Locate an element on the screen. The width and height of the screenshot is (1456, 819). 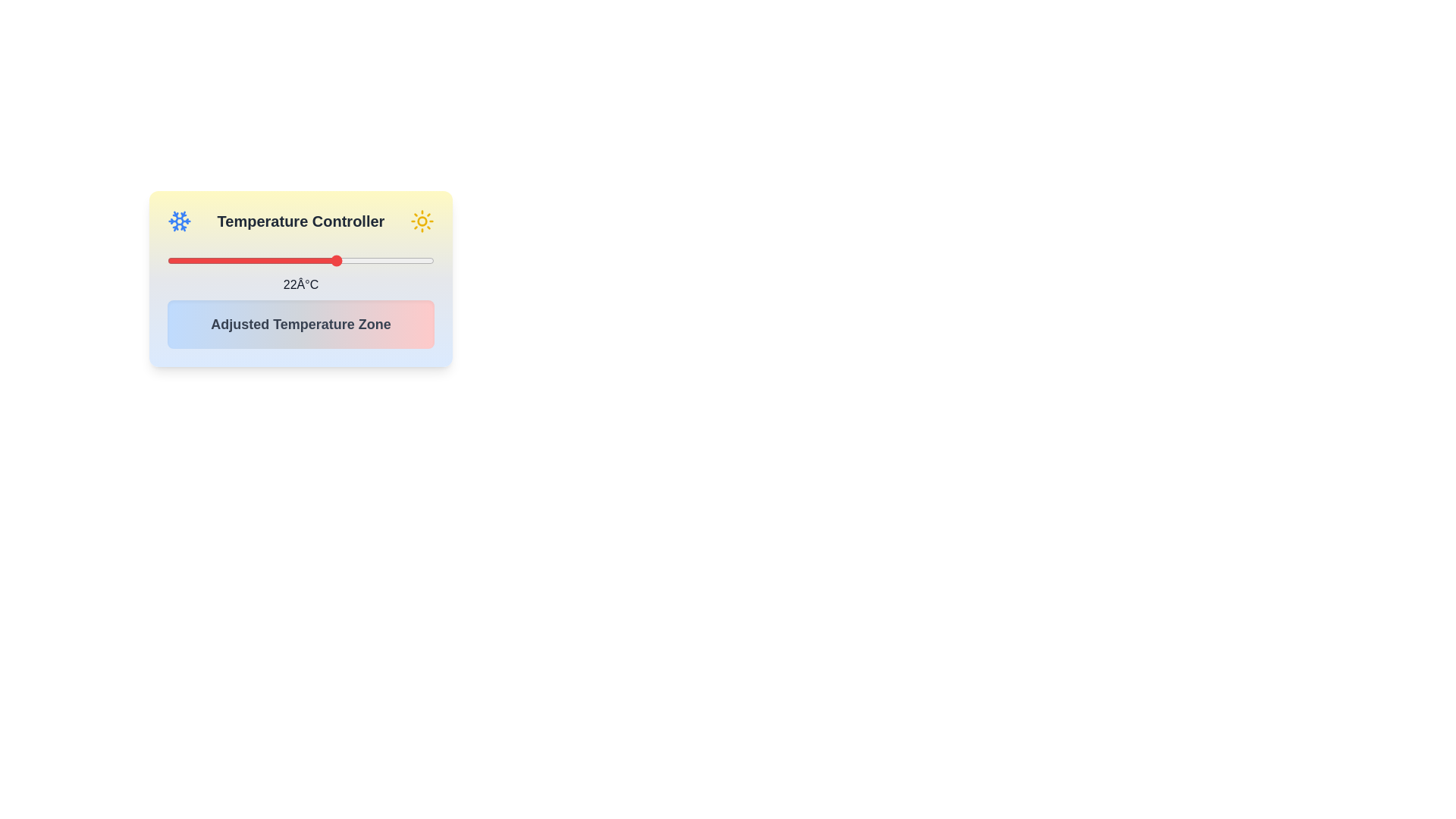
the small triangular decorative graphic that is part of the snowflake icon in the top-left corner of the Temperature Controller interface is located at coordinates (182, 216).